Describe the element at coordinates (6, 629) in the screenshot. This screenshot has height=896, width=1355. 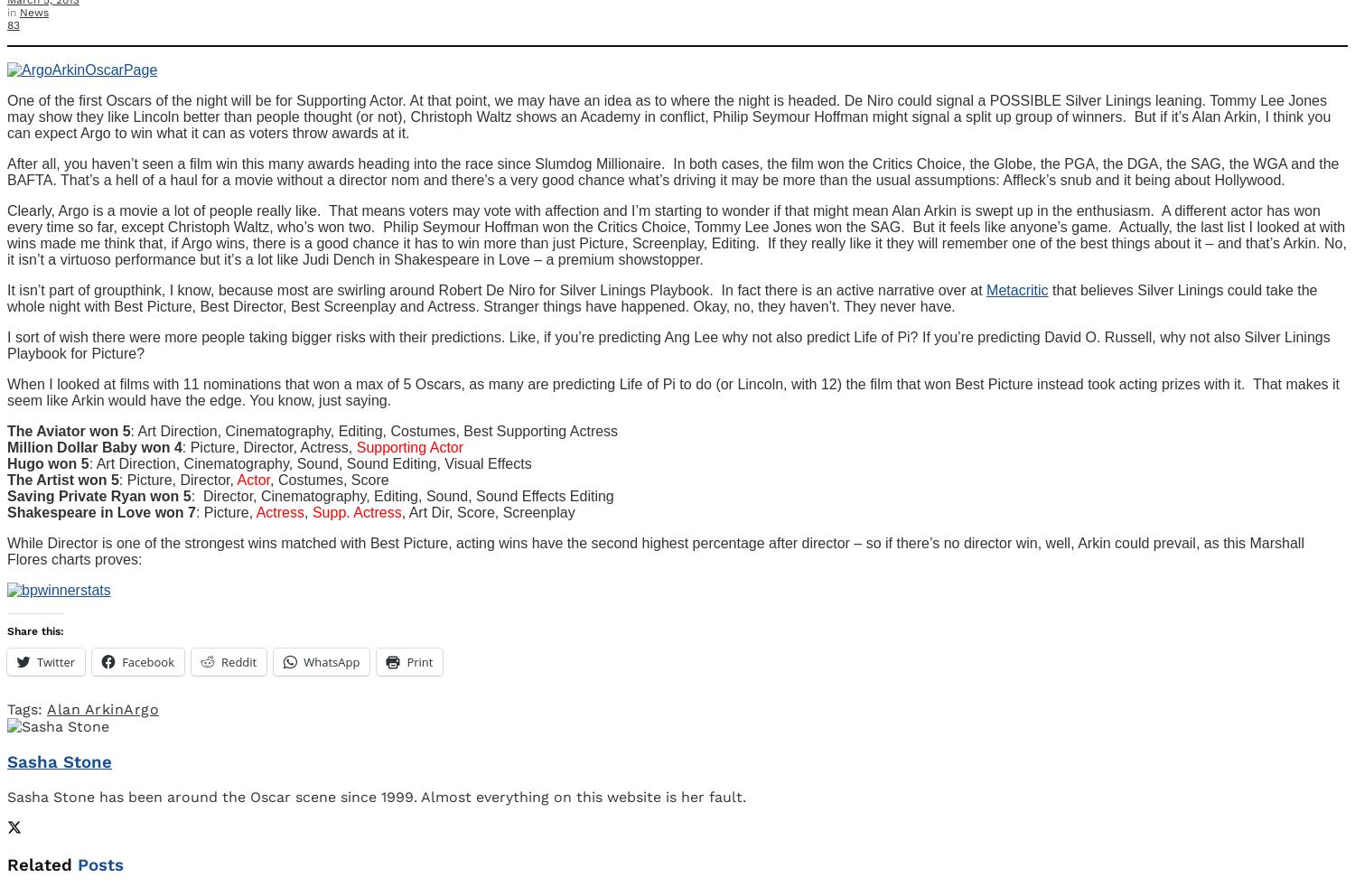
I see `'Share this:'` at that location.